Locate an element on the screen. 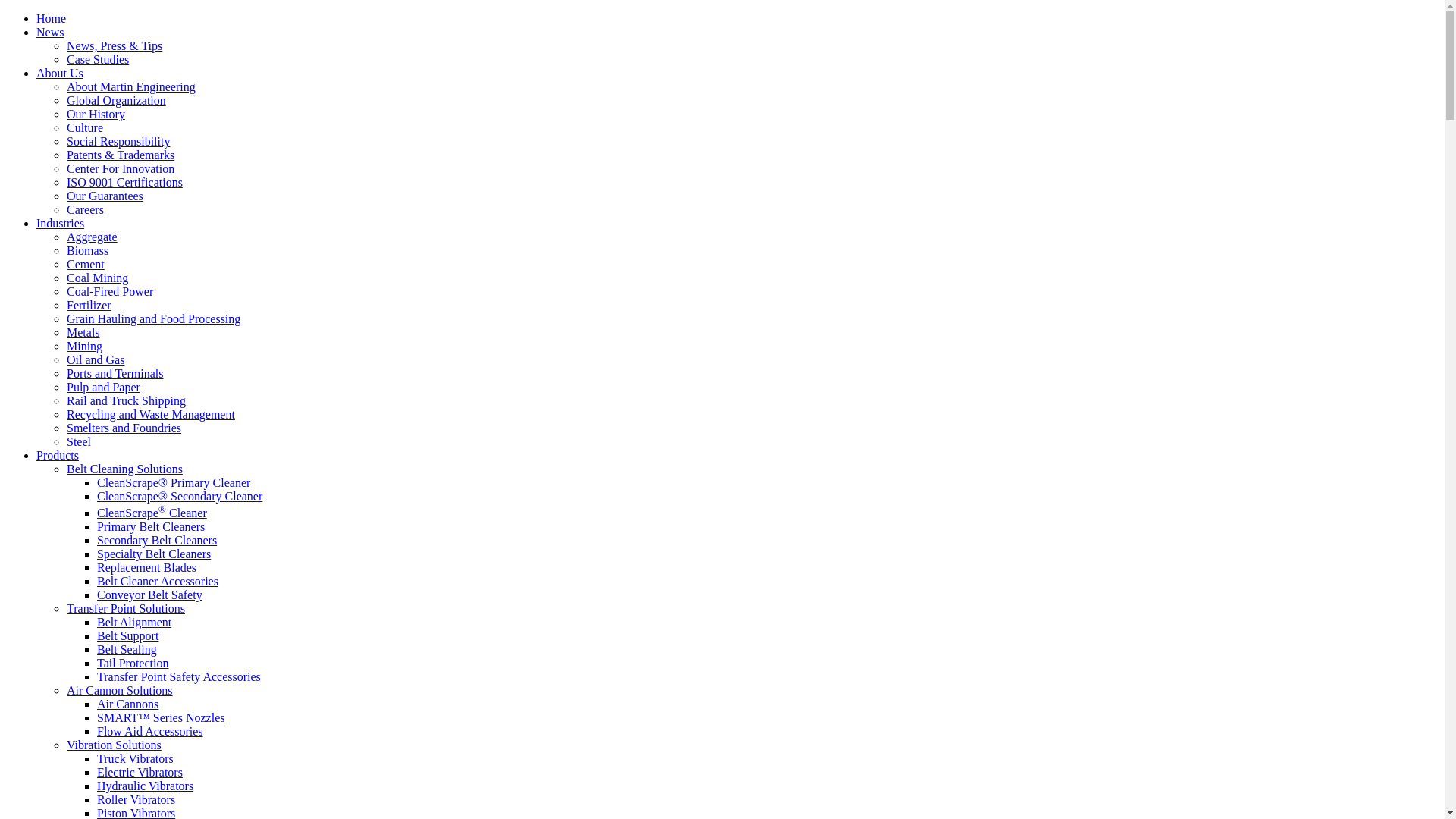  'Transfer Point Solutions' is located at coordinates (126, 607).